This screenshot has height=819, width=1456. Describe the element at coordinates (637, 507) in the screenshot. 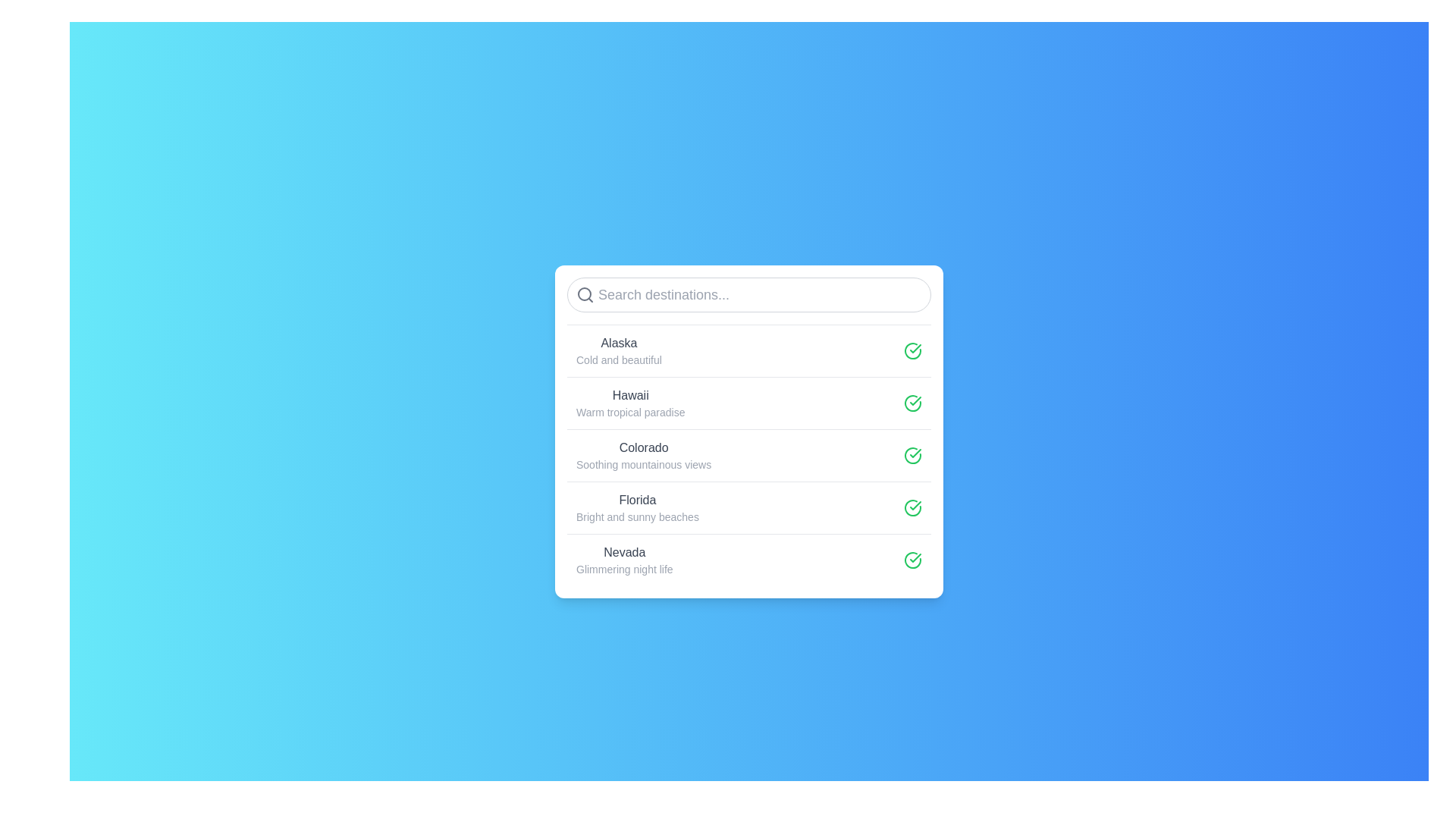

I see `the static informational text element that displays 'Florida' and 'Bright and sunny beaches', which is the fourth list item in the vertical stack` at that location.